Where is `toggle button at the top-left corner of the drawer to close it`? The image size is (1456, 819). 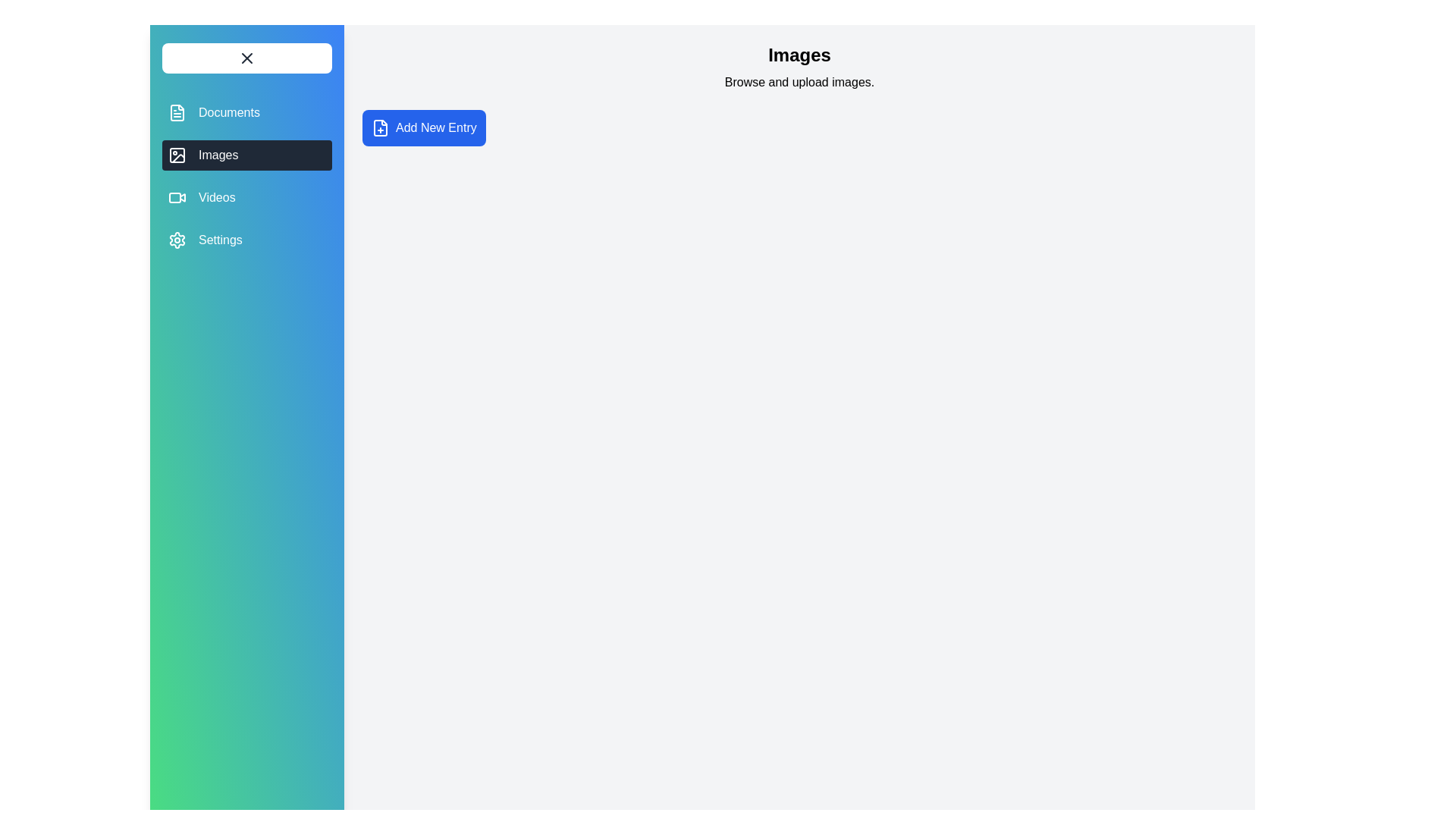 toggle button at the top-left corner of the drawer to close it is located at coordinates (247, 58).